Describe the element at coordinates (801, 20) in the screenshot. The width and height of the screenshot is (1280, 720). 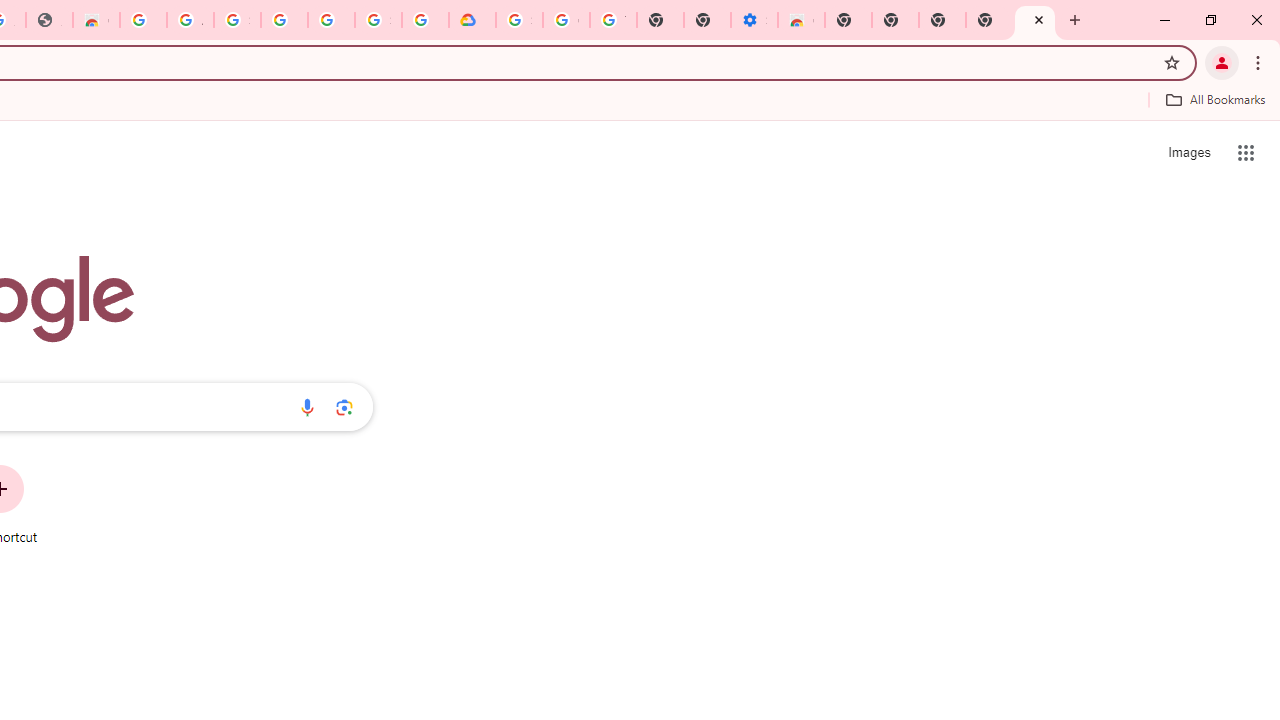
I see `'Chrome Web Store - Accessibility extensions'` at that location.